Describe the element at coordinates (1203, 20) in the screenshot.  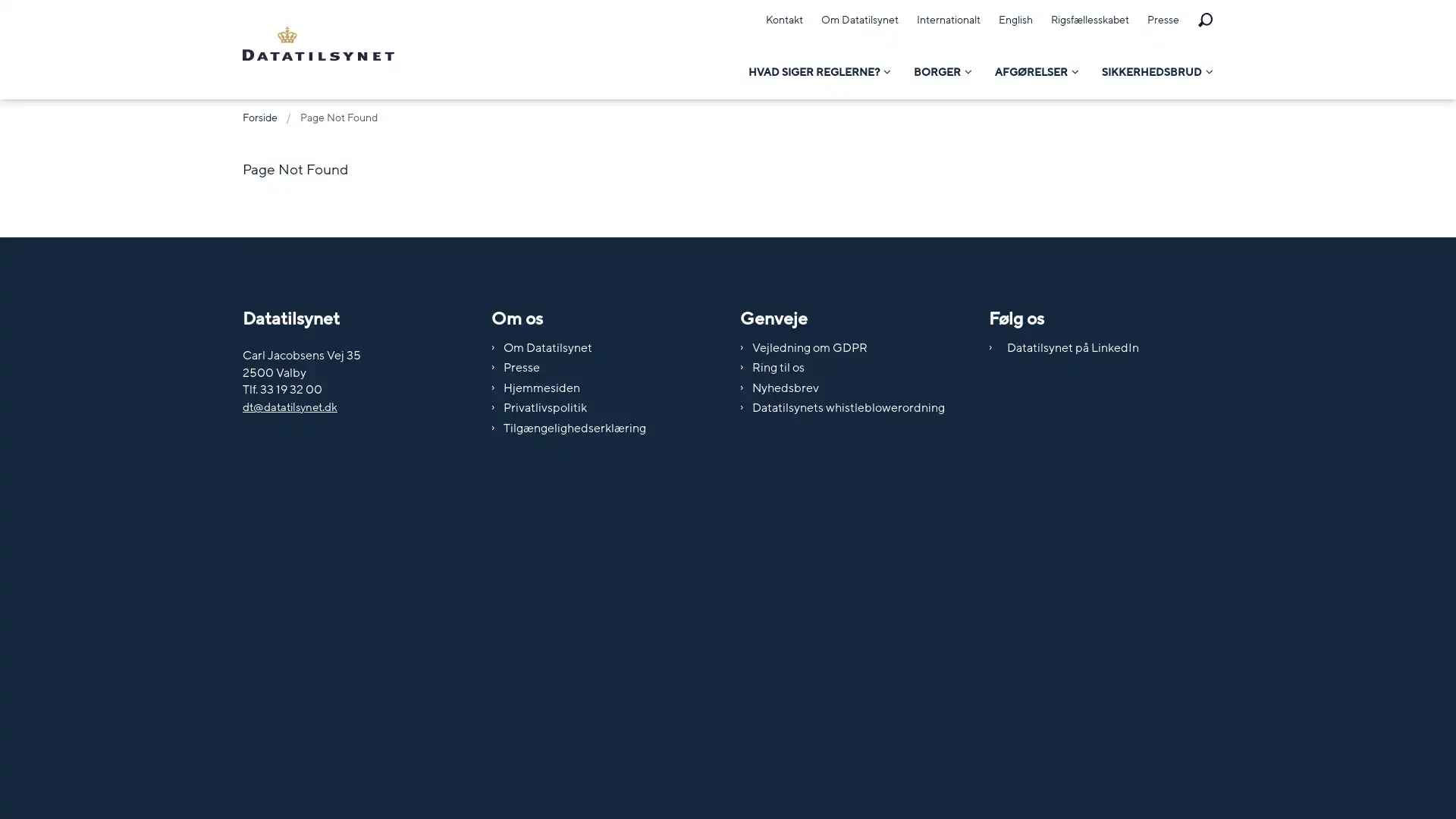
I see `Fold sgefelt ud` at that location.